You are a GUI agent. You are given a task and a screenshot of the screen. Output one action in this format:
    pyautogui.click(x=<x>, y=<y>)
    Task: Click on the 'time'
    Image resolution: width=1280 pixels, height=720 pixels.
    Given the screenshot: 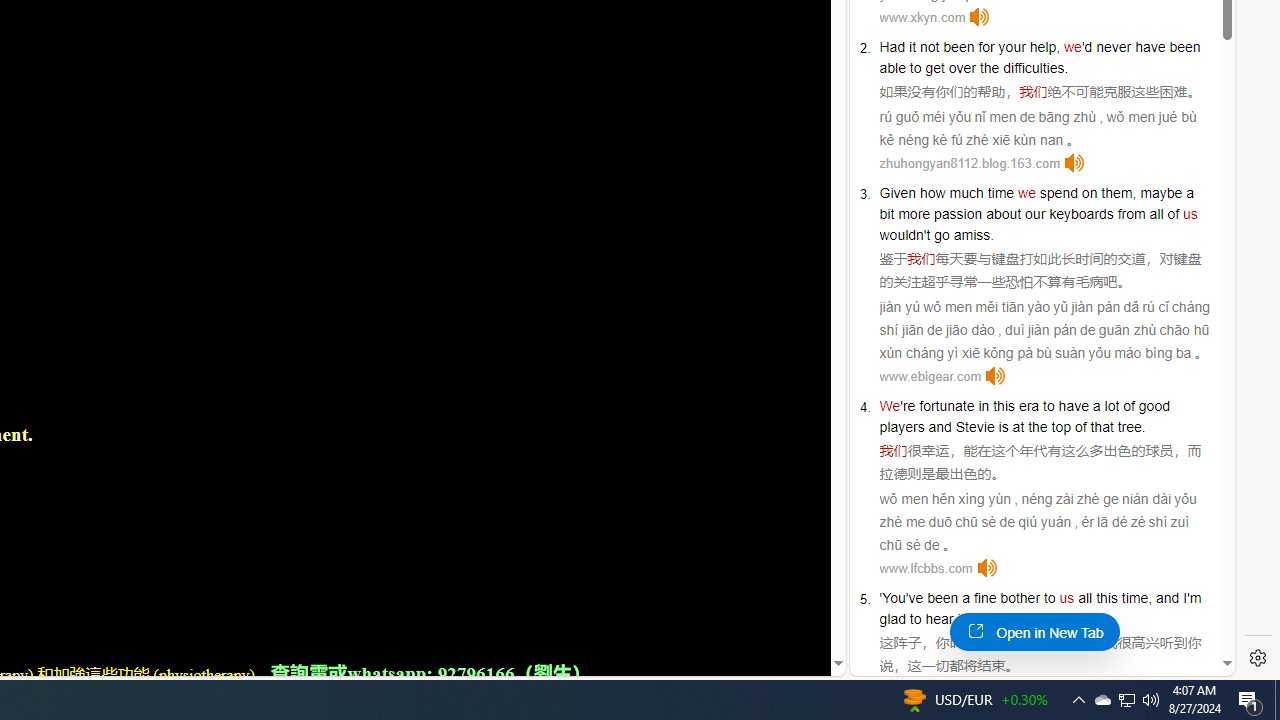 What is the action you would take?
    pyautogui.click(x=1000, y=192)
    